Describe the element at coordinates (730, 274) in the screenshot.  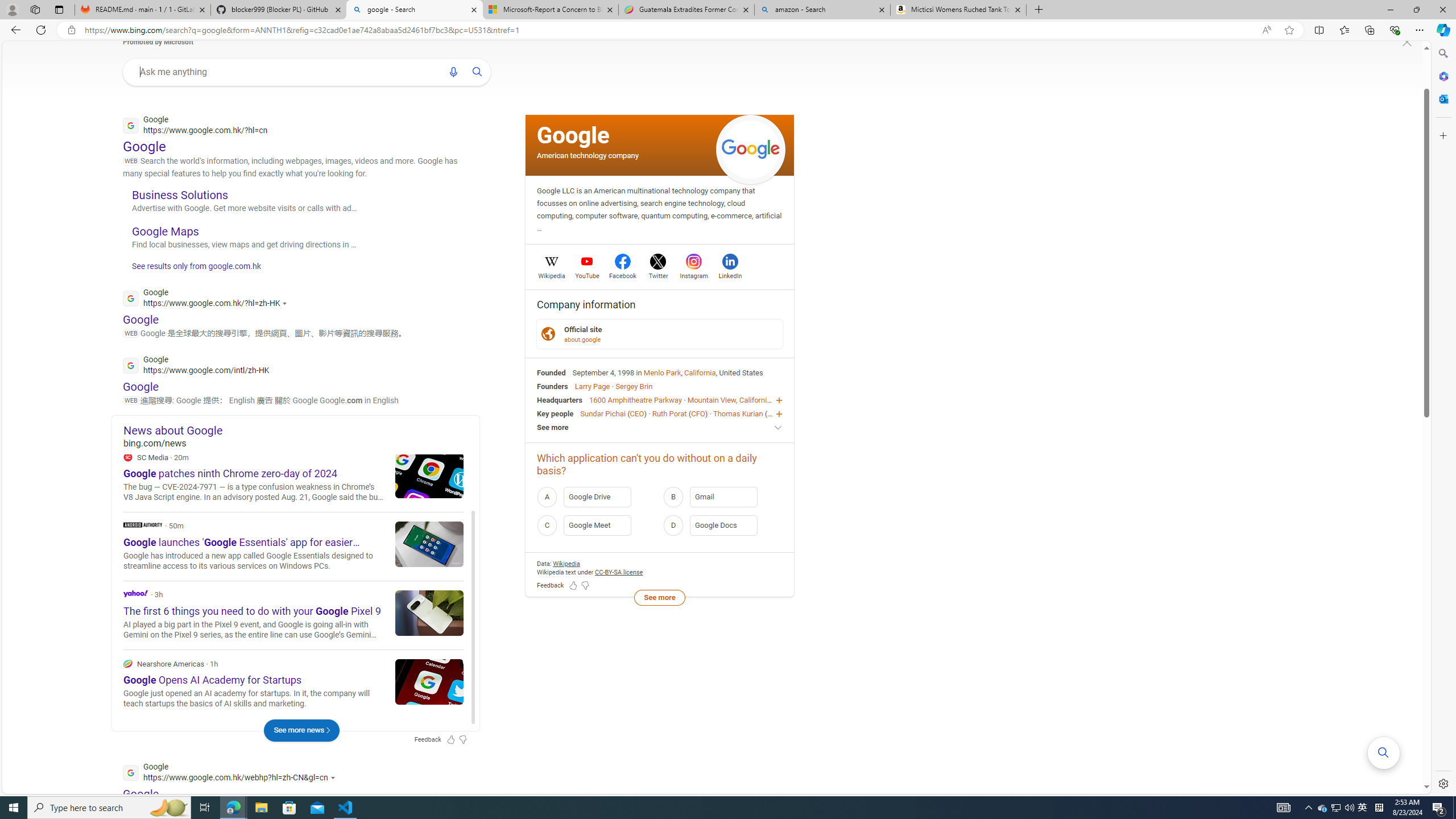
I see `'LinkedIn'` at that location.